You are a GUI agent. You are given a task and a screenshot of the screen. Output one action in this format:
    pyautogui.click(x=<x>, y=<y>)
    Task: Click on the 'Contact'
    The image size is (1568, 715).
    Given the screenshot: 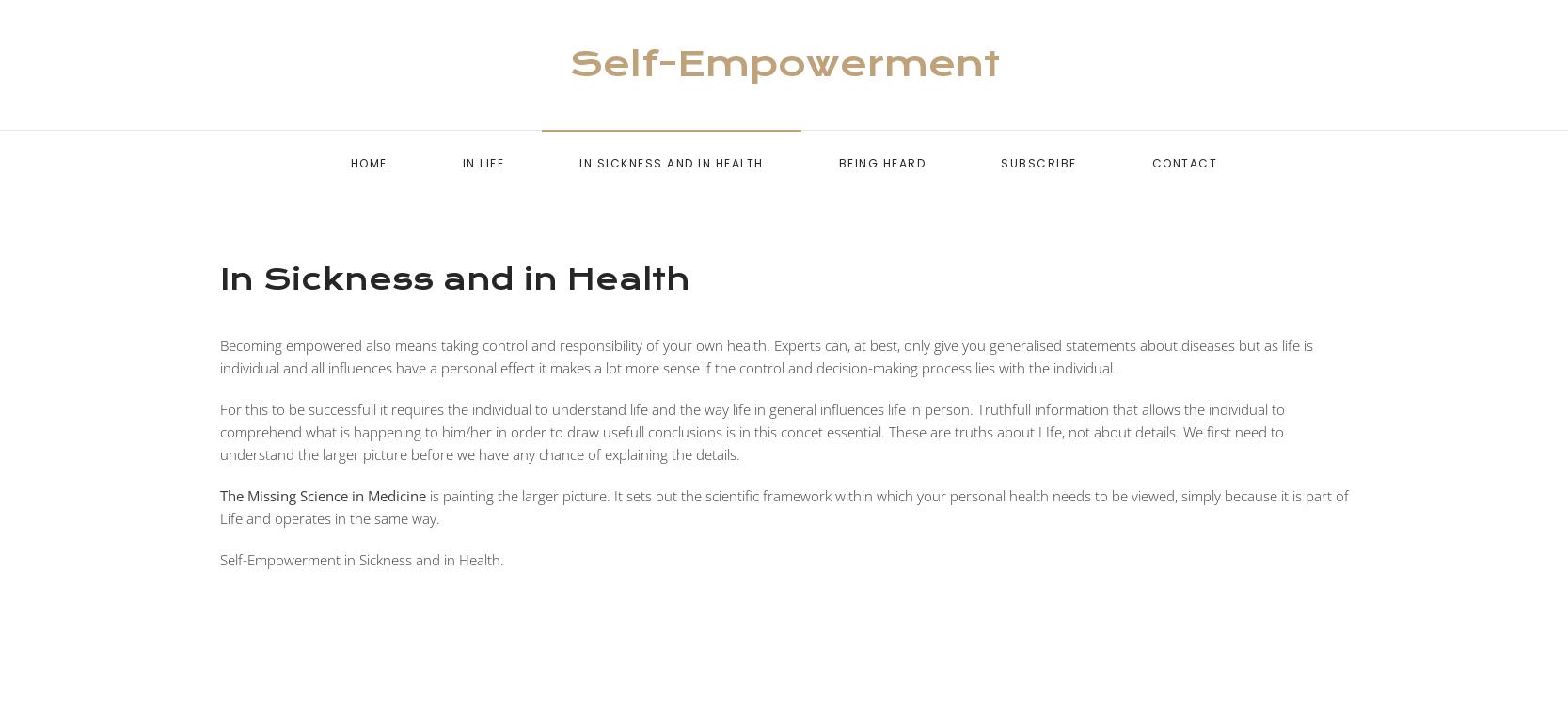 What is the action you would take?
    pyautogui.click(x=1182, y=163)
    